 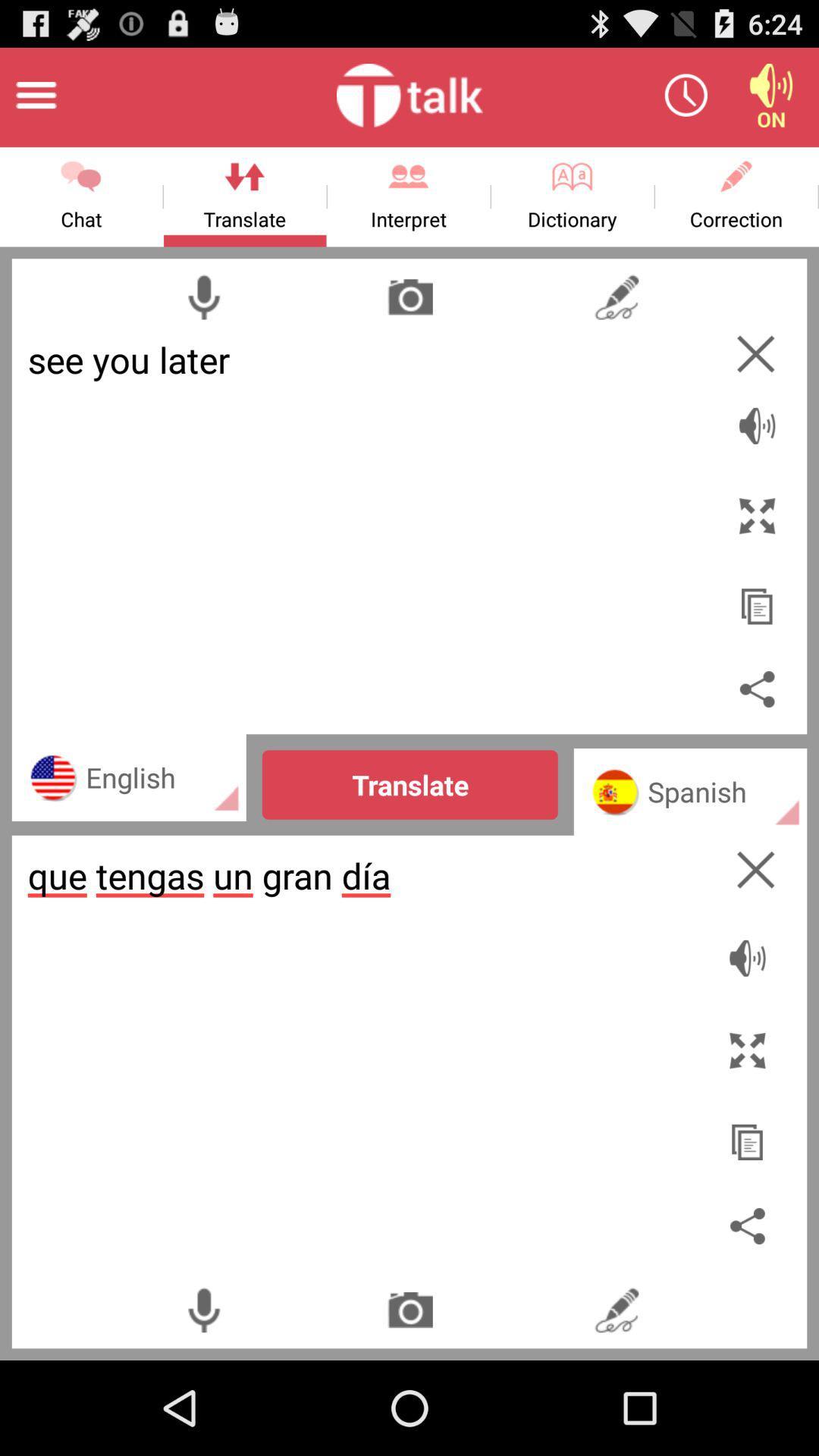 I want to click on menu, so click(x=35, y=94).